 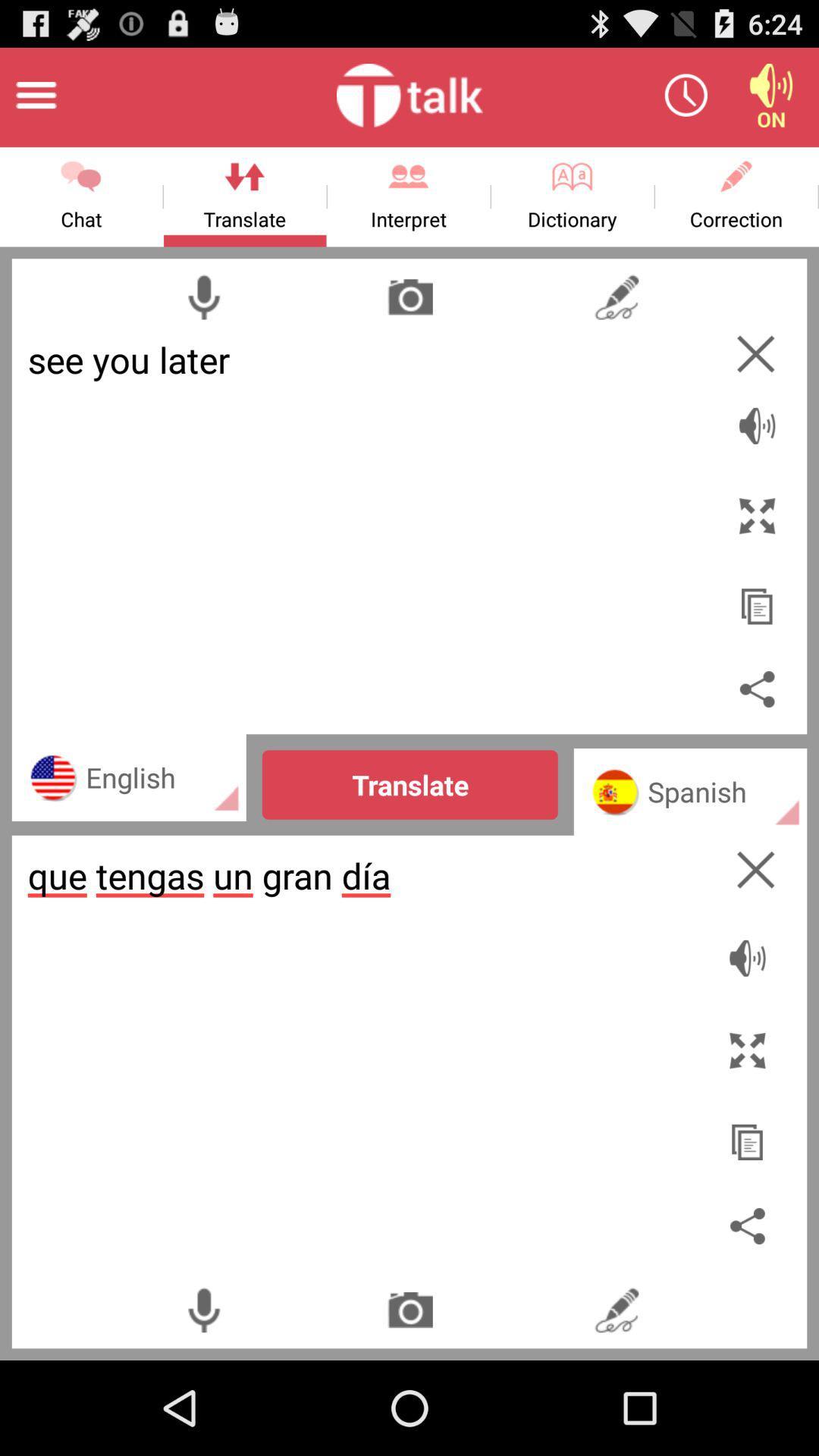 I want to click on menu, so click(x=35, y=94).